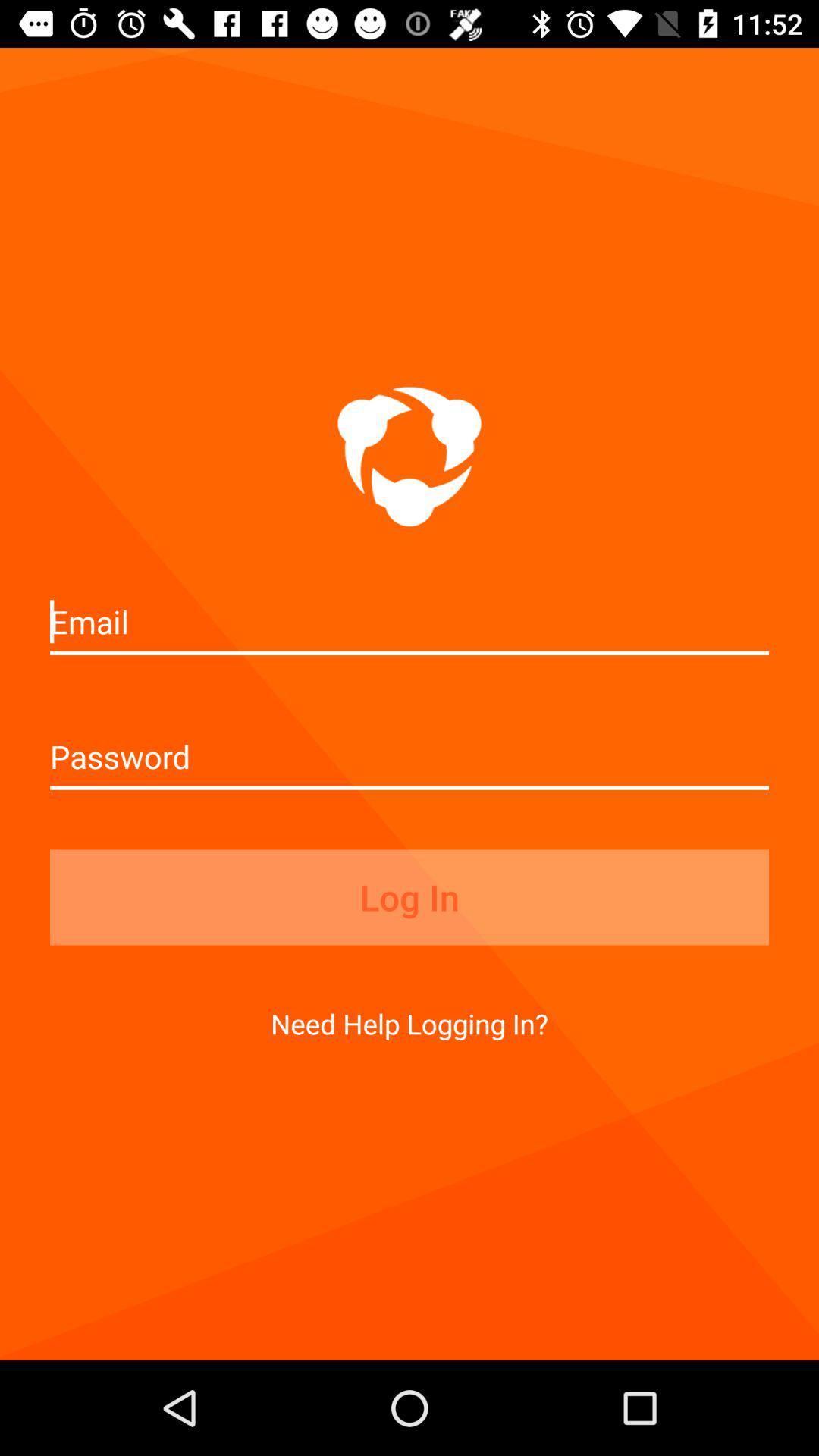  I want to click on need help logging item, so click(409, 1023).